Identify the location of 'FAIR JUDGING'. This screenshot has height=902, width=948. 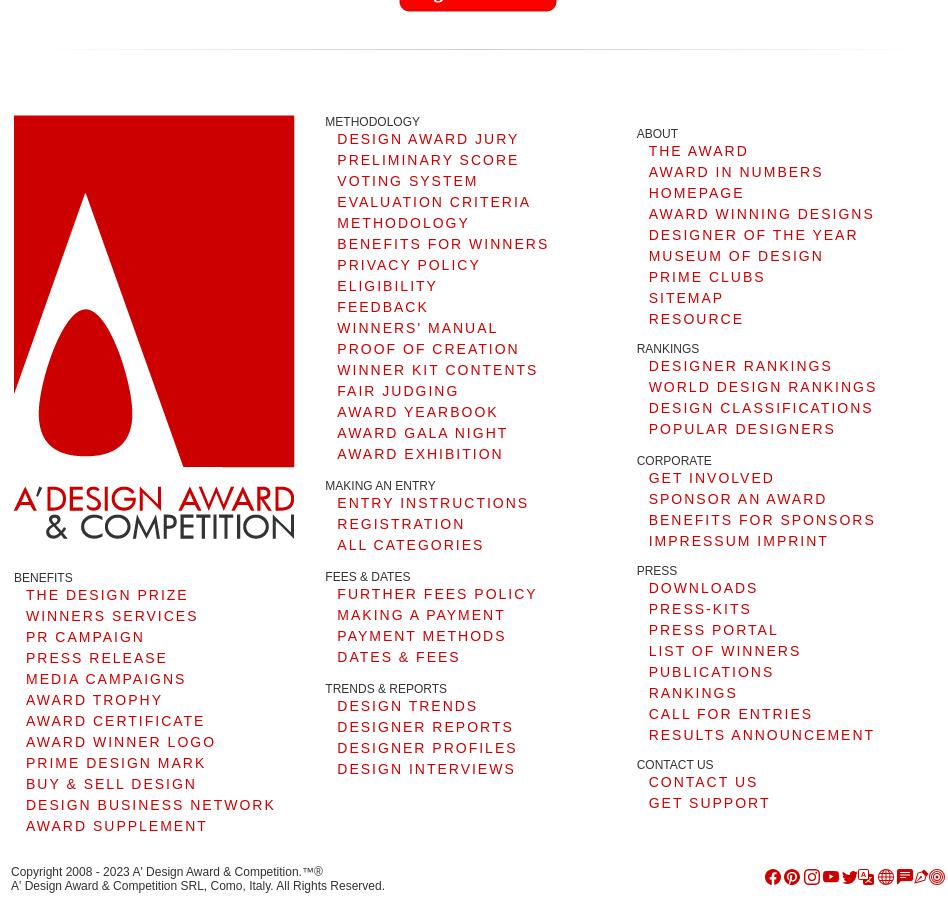
(337, 390).